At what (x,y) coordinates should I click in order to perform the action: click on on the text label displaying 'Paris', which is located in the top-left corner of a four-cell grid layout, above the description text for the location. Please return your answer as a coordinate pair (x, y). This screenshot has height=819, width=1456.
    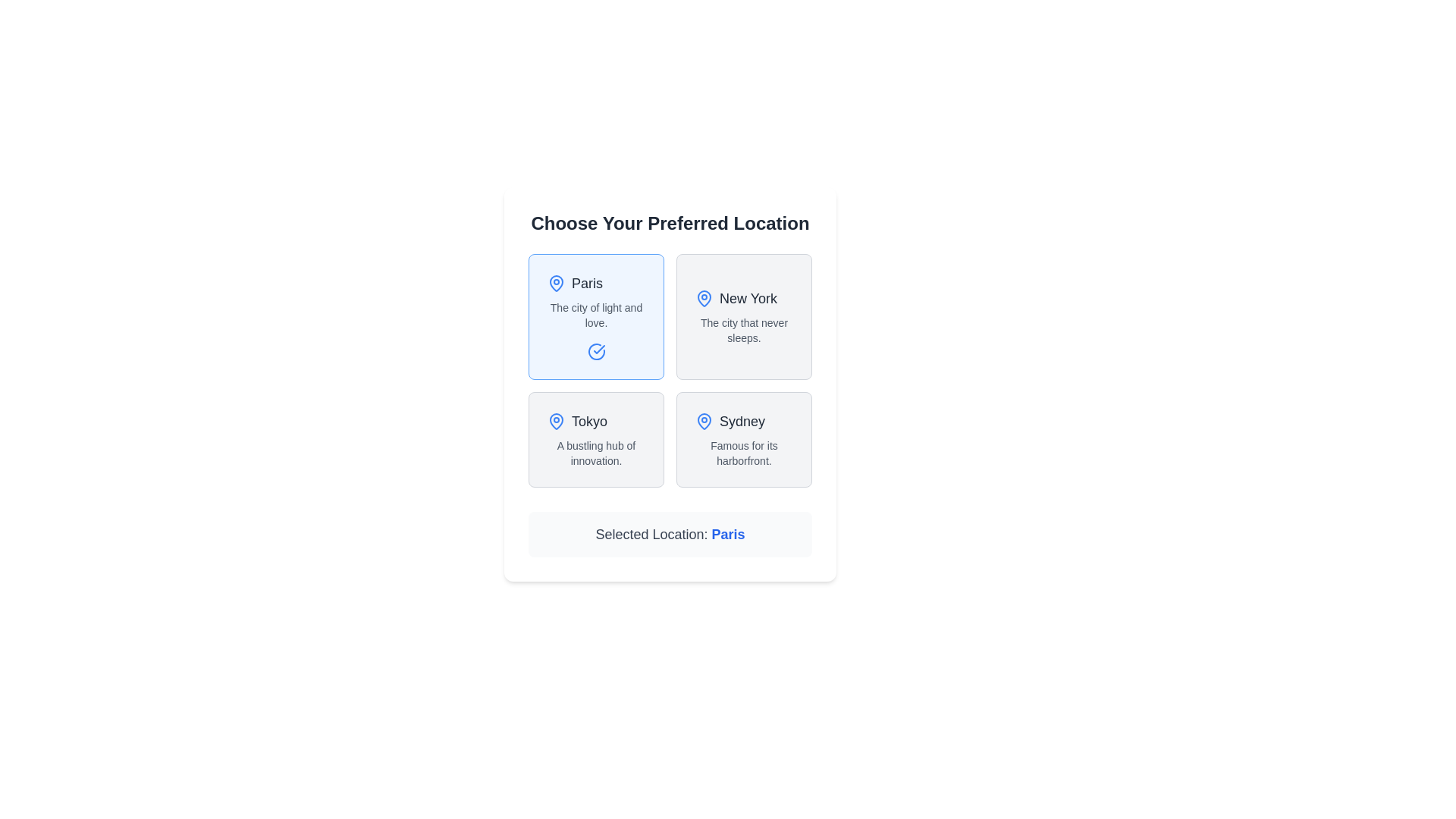
    Looking at the image, I should click on (586, 284).